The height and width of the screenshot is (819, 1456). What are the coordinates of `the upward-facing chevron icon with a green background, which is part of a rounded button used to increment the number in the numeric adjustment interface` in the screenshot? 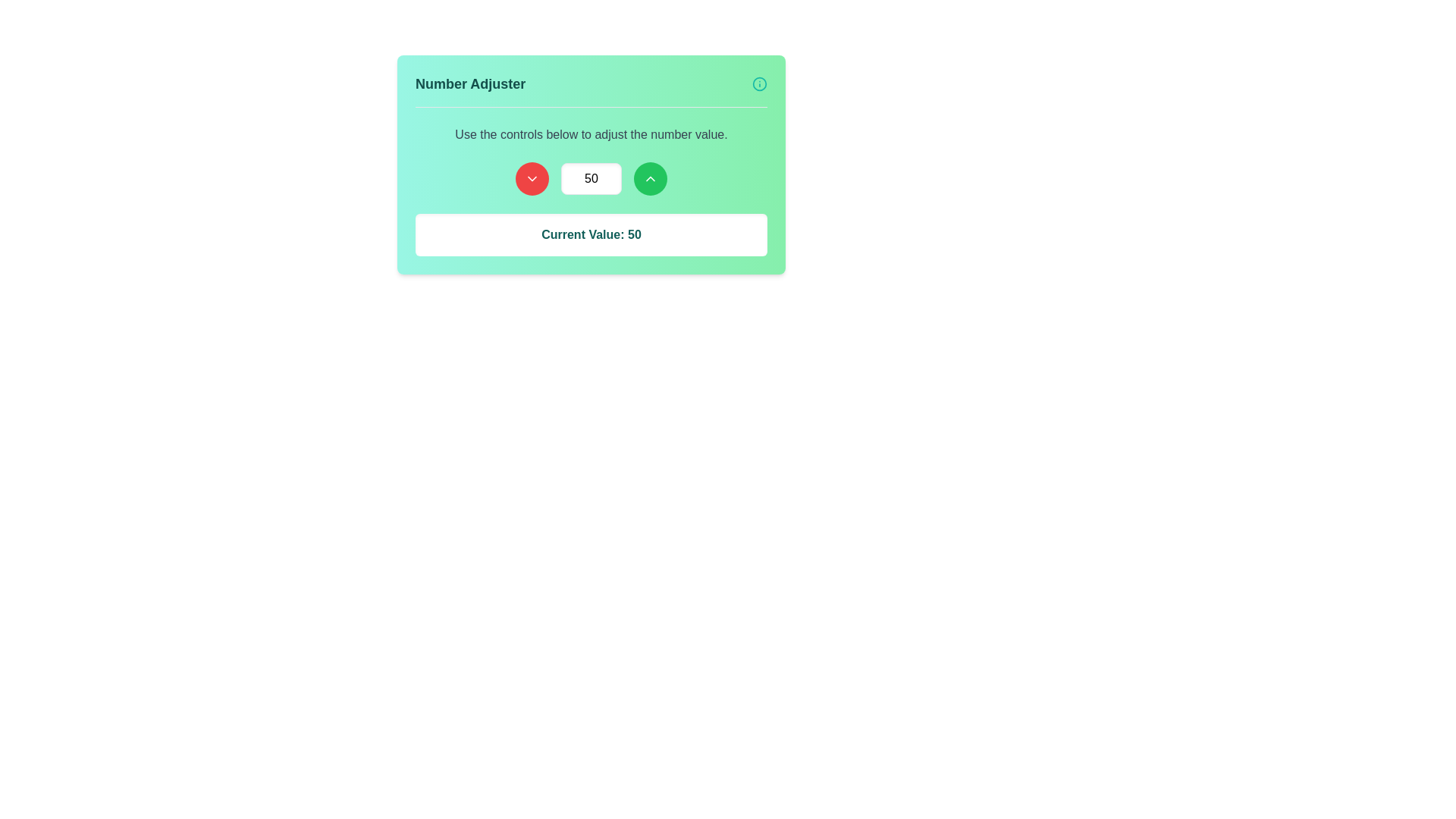 It's located at (651, 177).